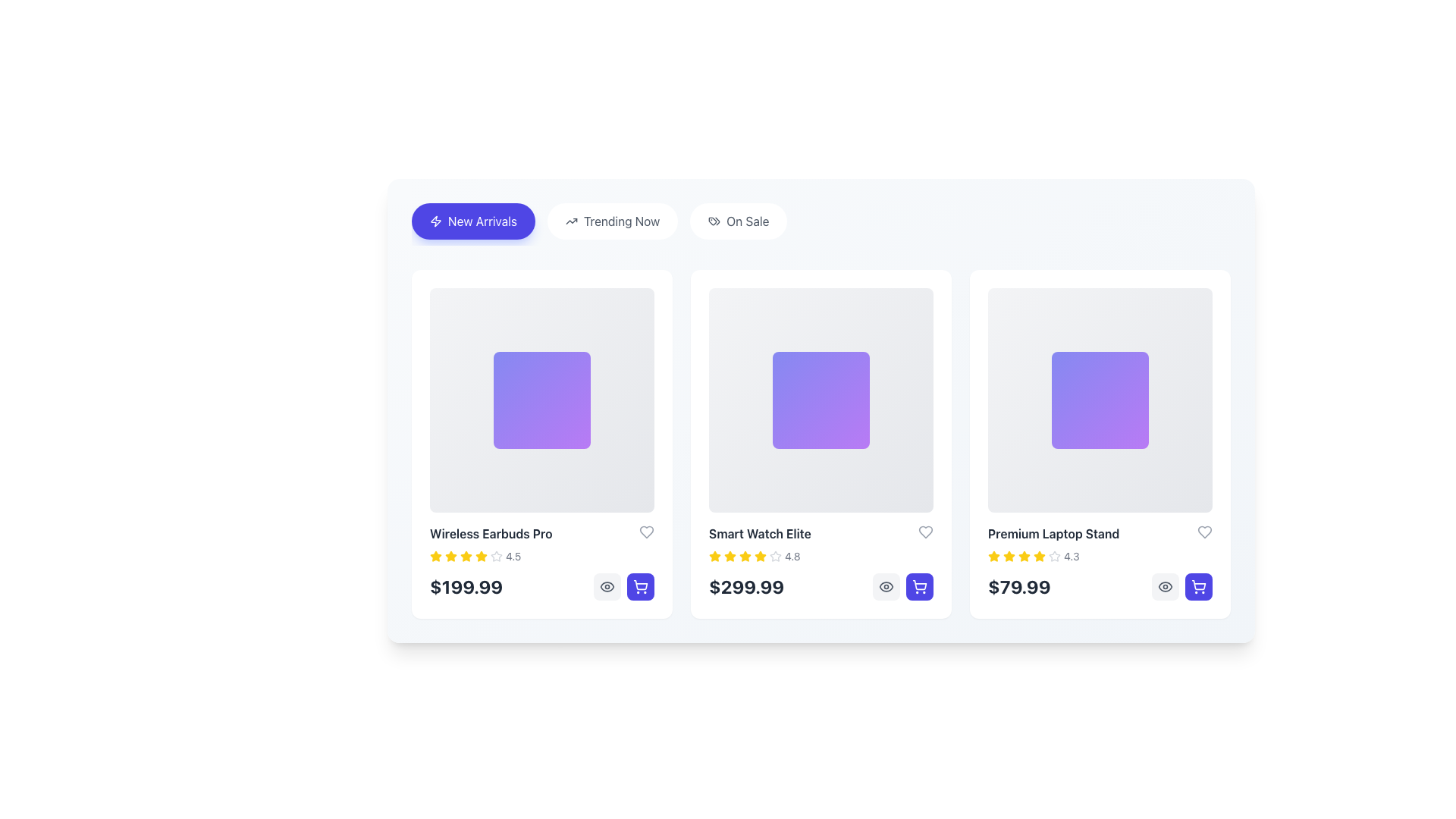  I want to click on the third star icon representing the product rating for the 'Smart Watch Elite', which is located directly underneath the product image and above the price section, so click(730, 556).